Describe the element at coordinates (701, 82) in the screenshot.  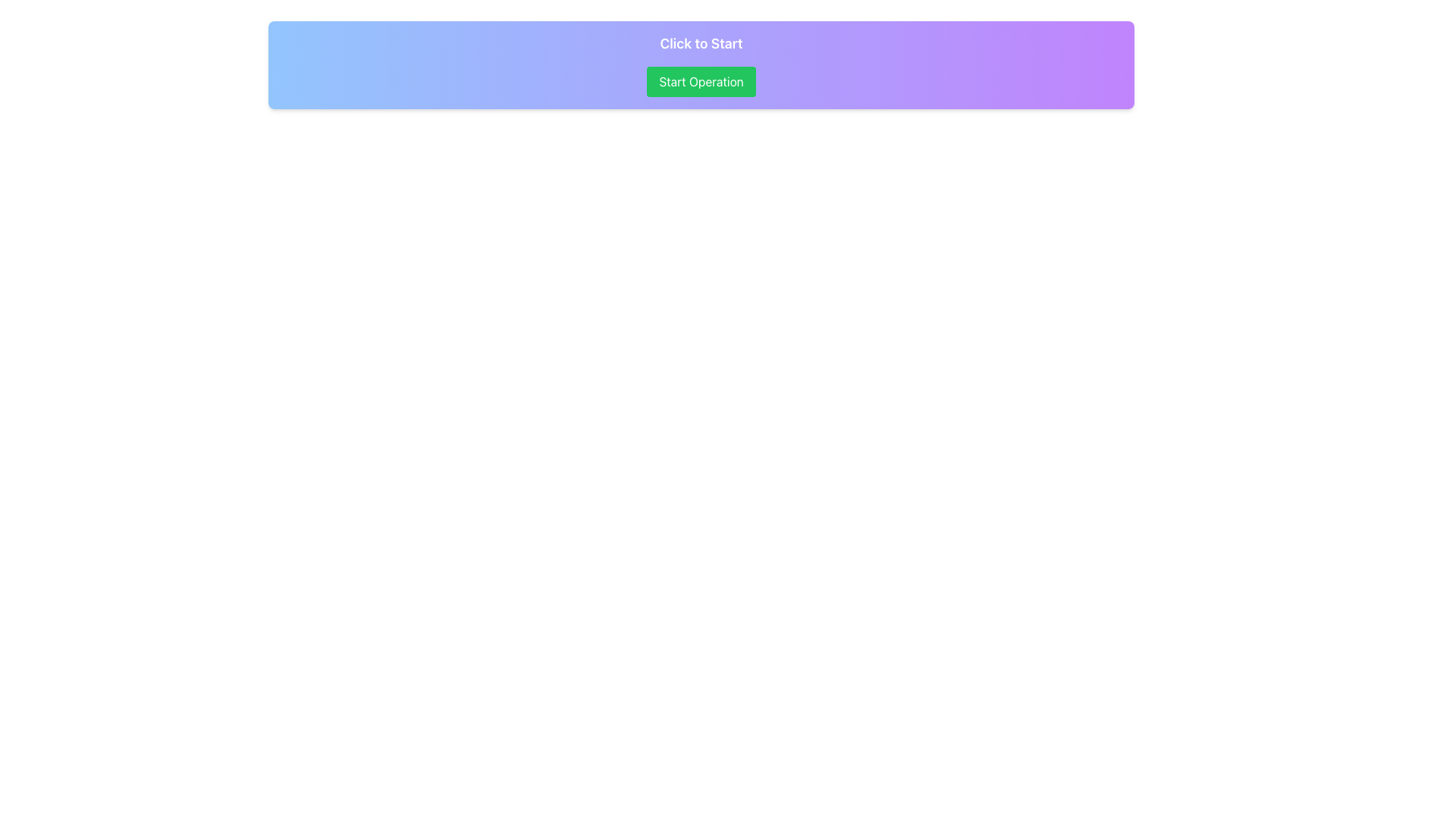
I see `the green button with rounded corners labeled 'Start Operation'` at that location.